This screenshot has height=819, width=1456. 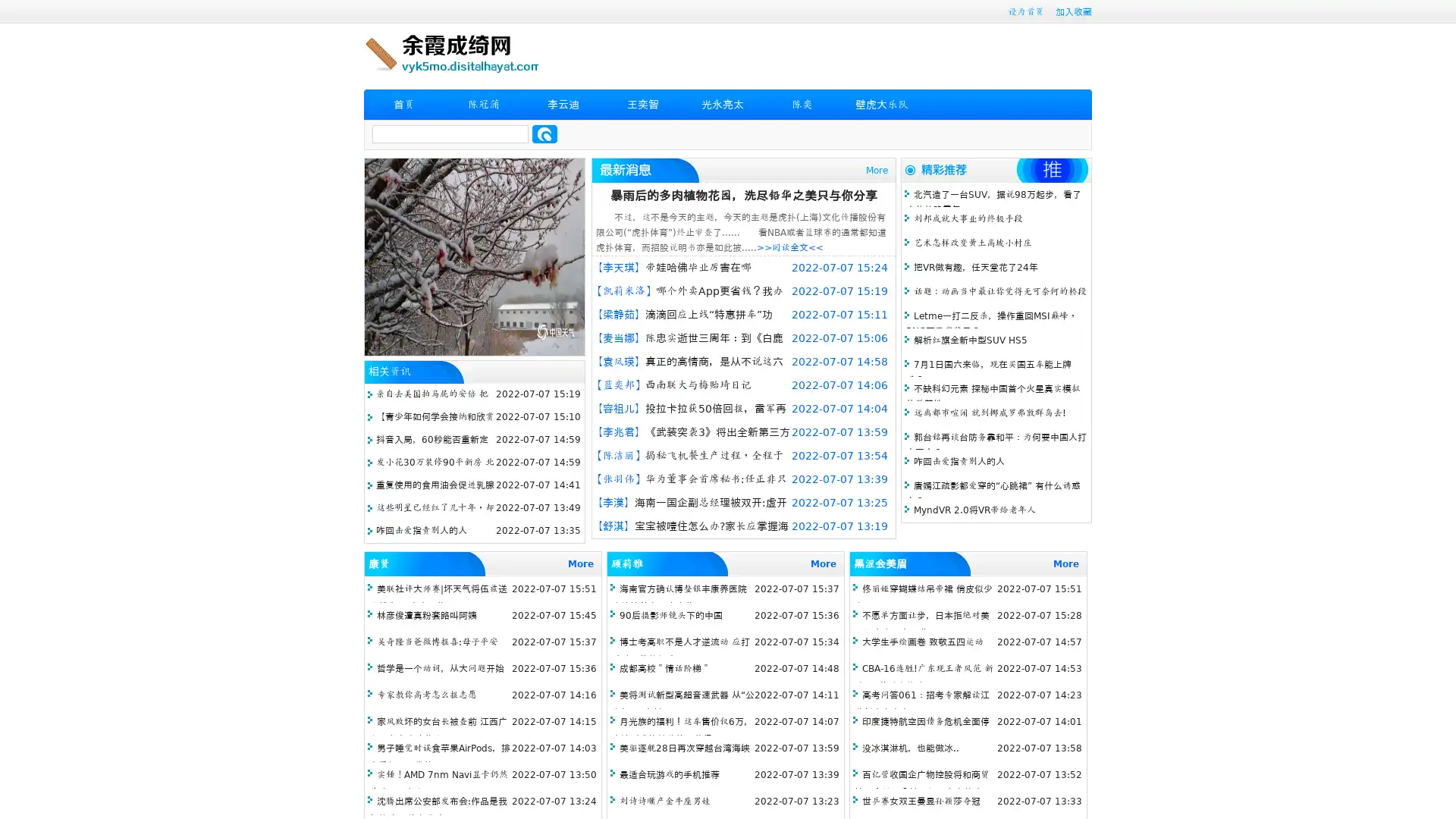 What do you see at coordinates (544, 133) in the screenshot?
I see `Search` at bounding box center [544, 133].